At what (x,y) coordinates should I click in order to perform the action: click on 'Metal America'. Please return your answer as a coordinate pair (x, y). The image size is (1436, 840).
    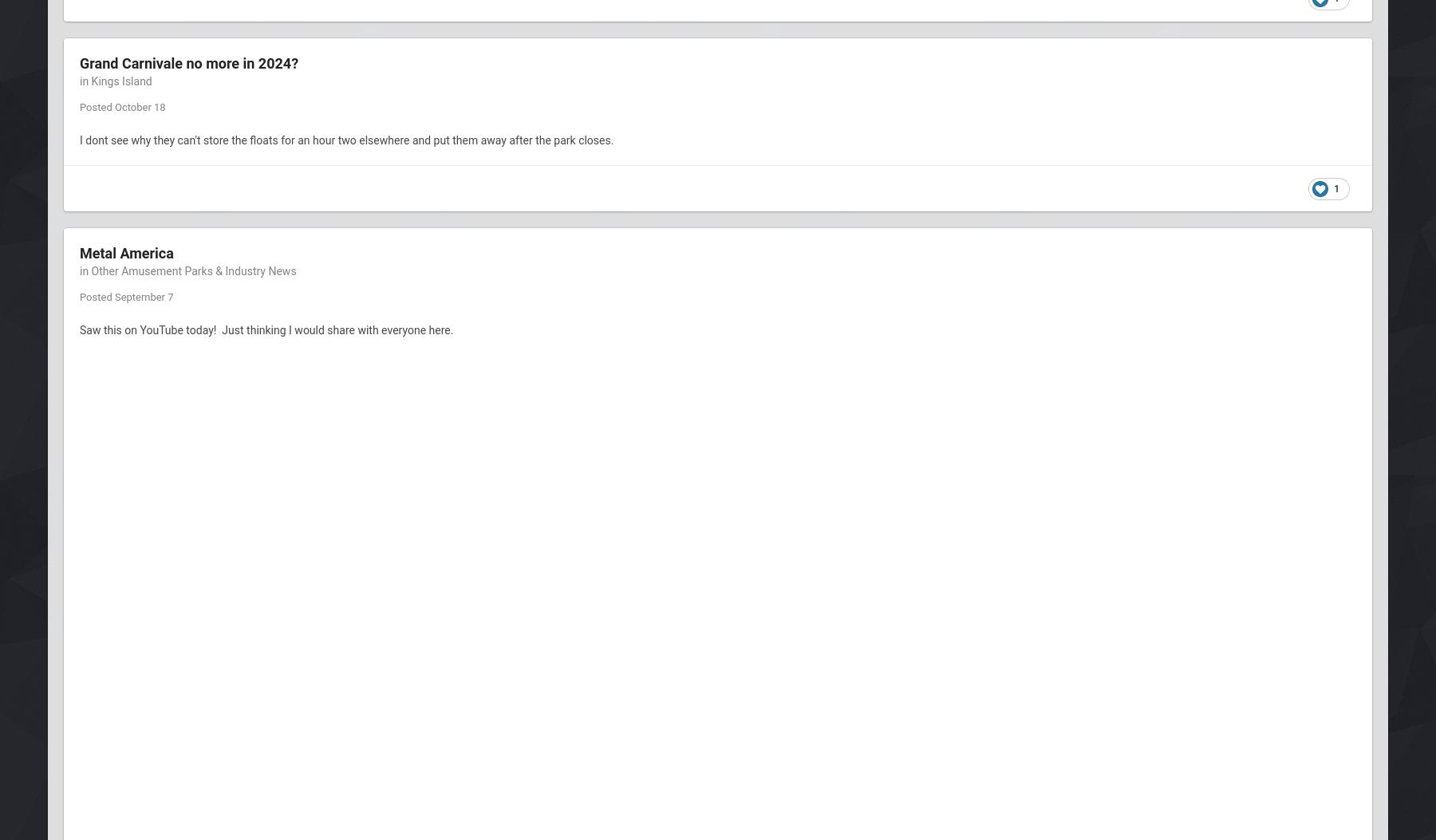
    Looking at the image, I should click on (126, 253).